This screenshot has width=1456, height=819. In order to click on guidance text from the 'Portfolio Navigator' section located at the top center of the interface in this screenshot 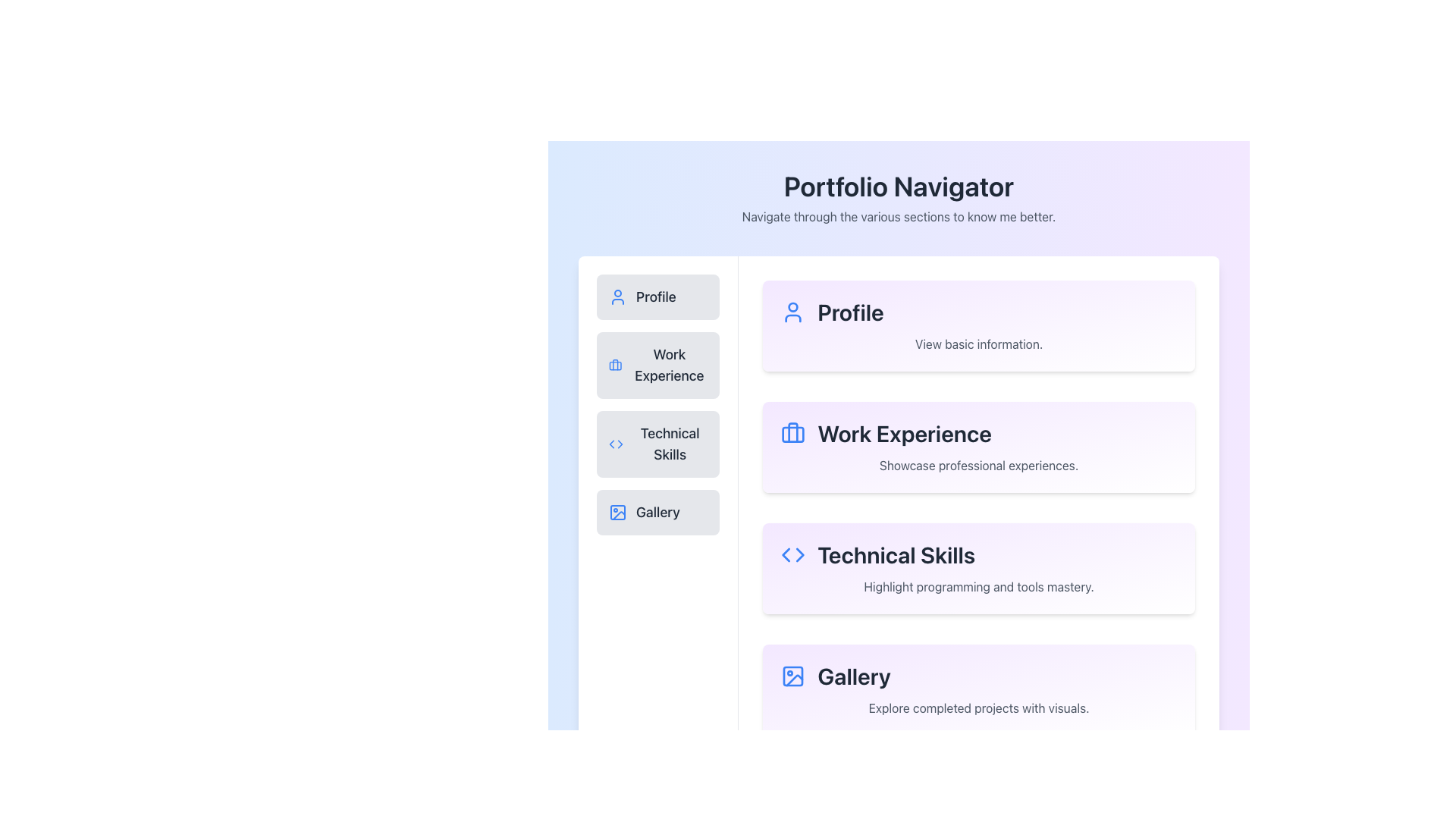, I will do `click(899, 198)`.